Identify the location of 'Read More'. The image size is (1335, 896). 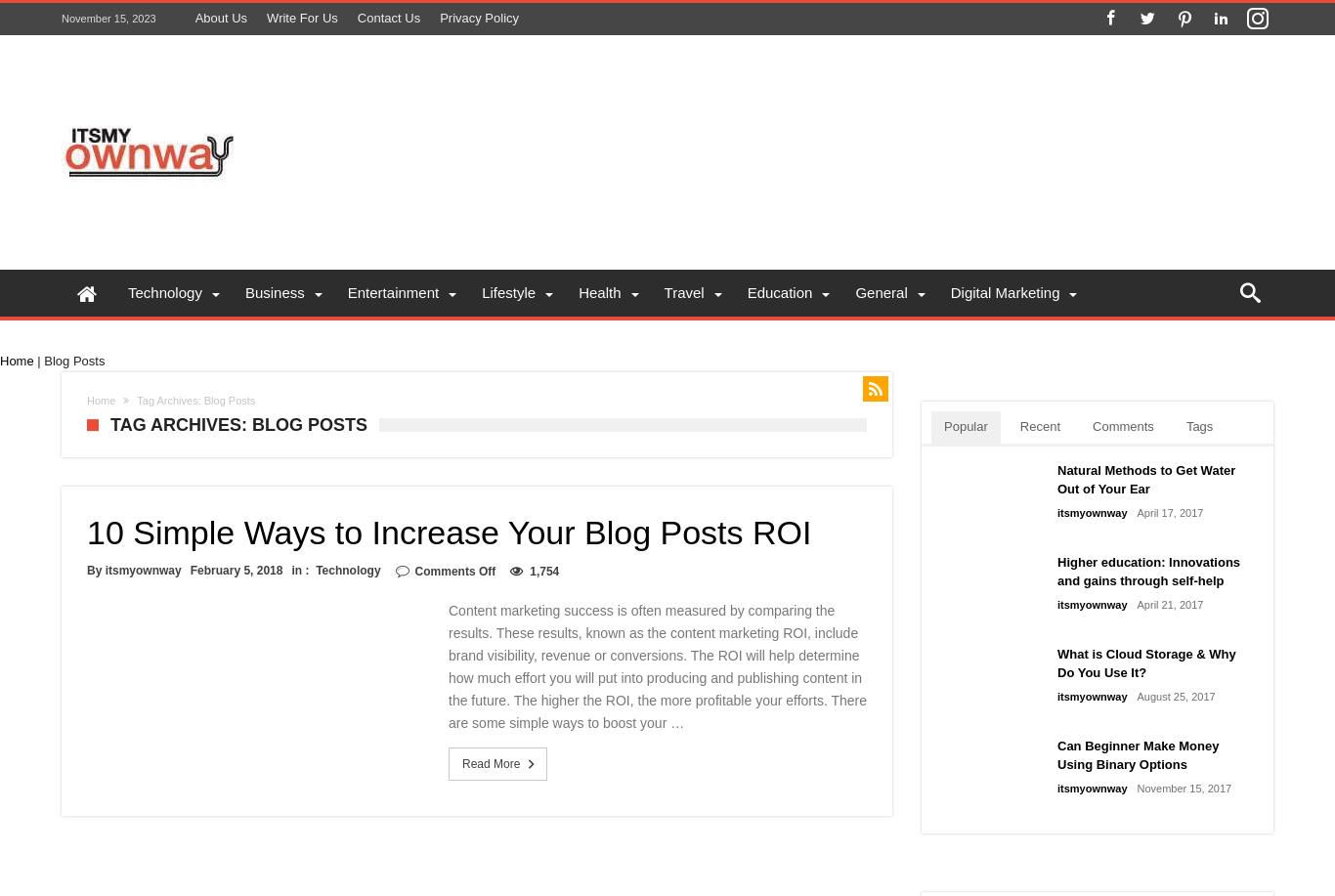
(491, 763).